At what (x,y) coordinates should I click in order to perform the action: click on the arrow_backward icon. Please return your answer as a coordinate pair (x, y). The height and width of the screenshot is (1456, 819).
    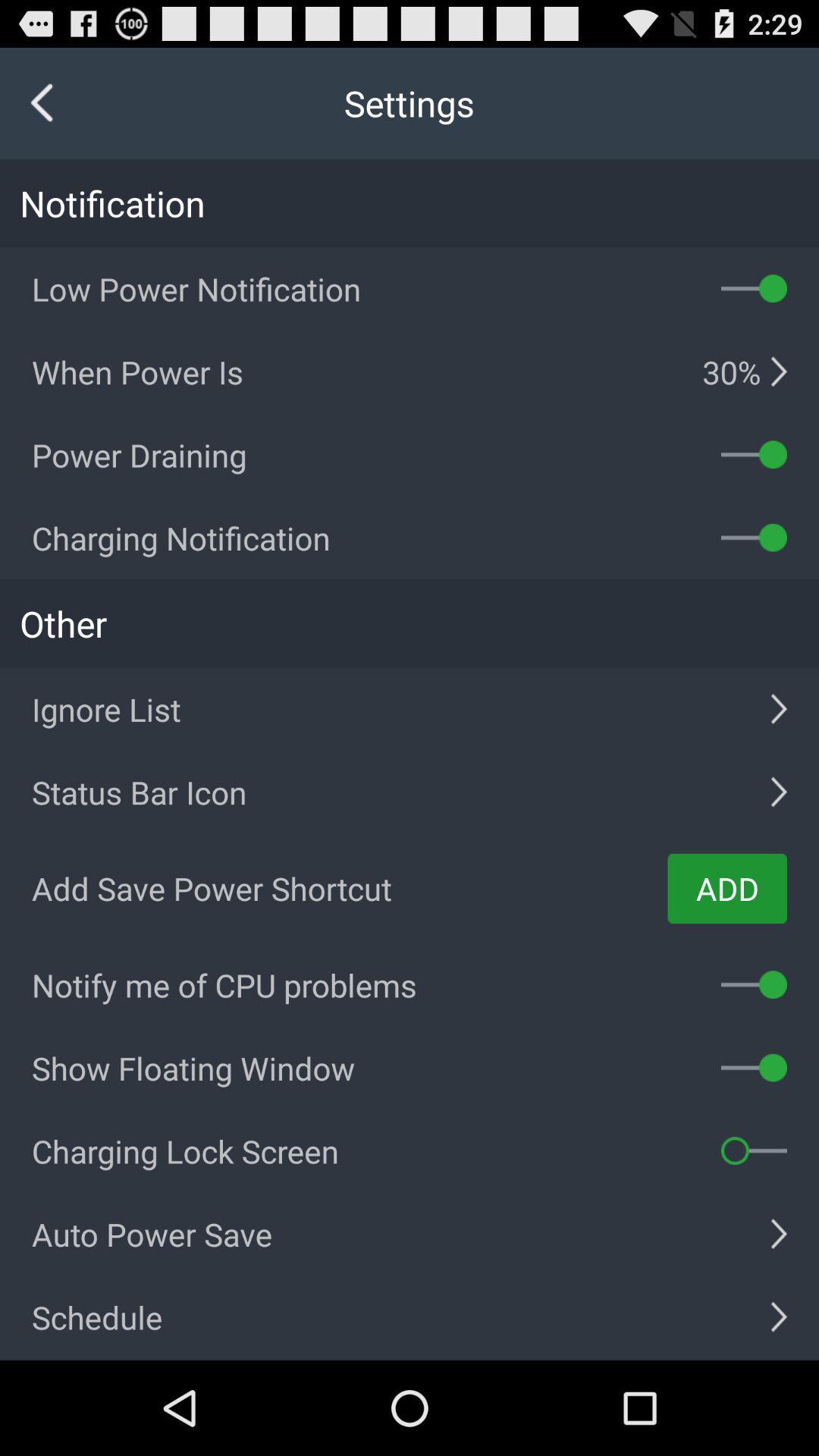
    Looking at the image, I should click on (42, 110).